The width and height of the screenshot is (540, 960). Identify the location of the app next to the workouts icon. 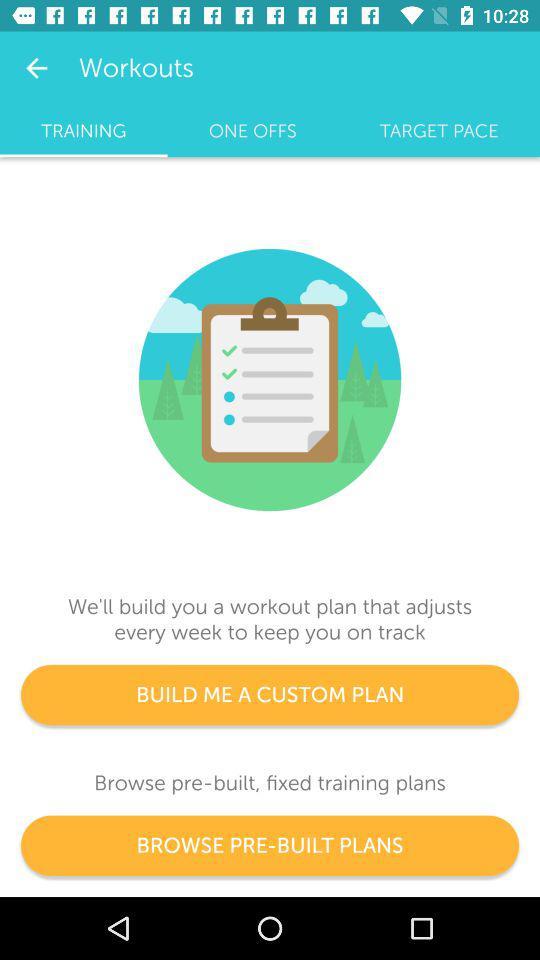
(36, 68).